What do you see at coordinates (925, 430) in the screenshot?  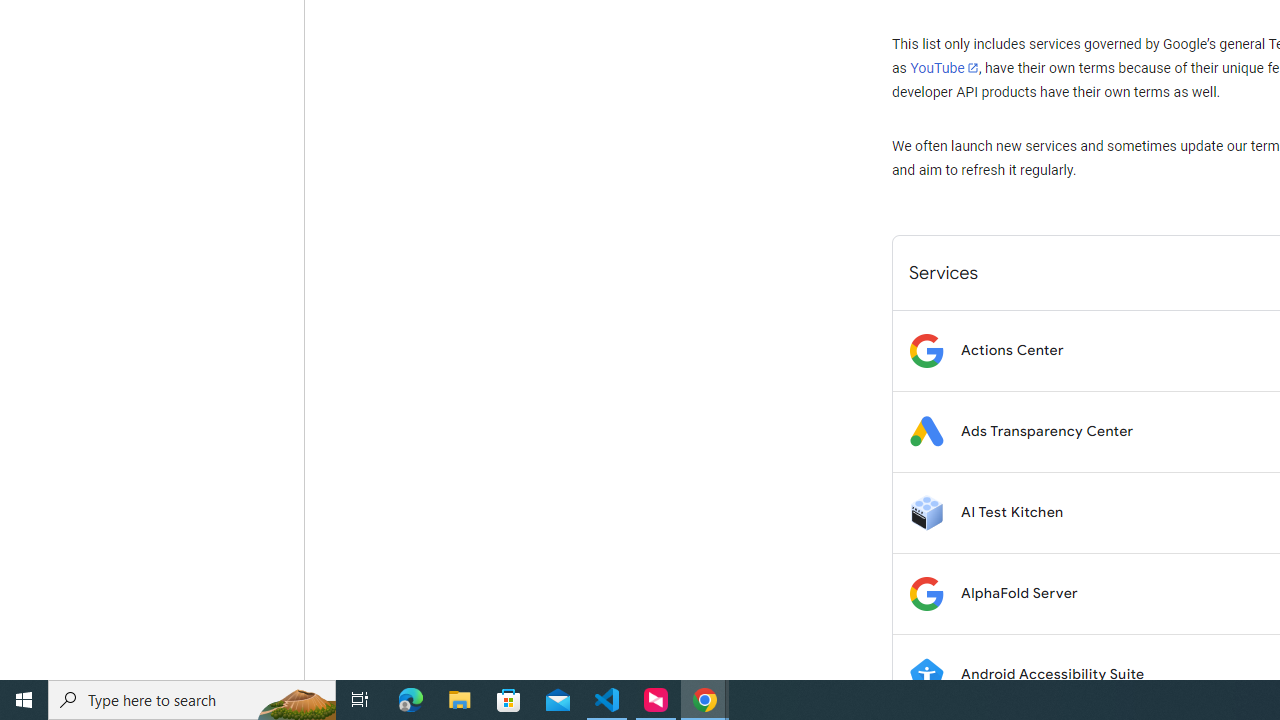 I see `'Logo for Ads Transparency Center'` at bounding box center [925, 430].